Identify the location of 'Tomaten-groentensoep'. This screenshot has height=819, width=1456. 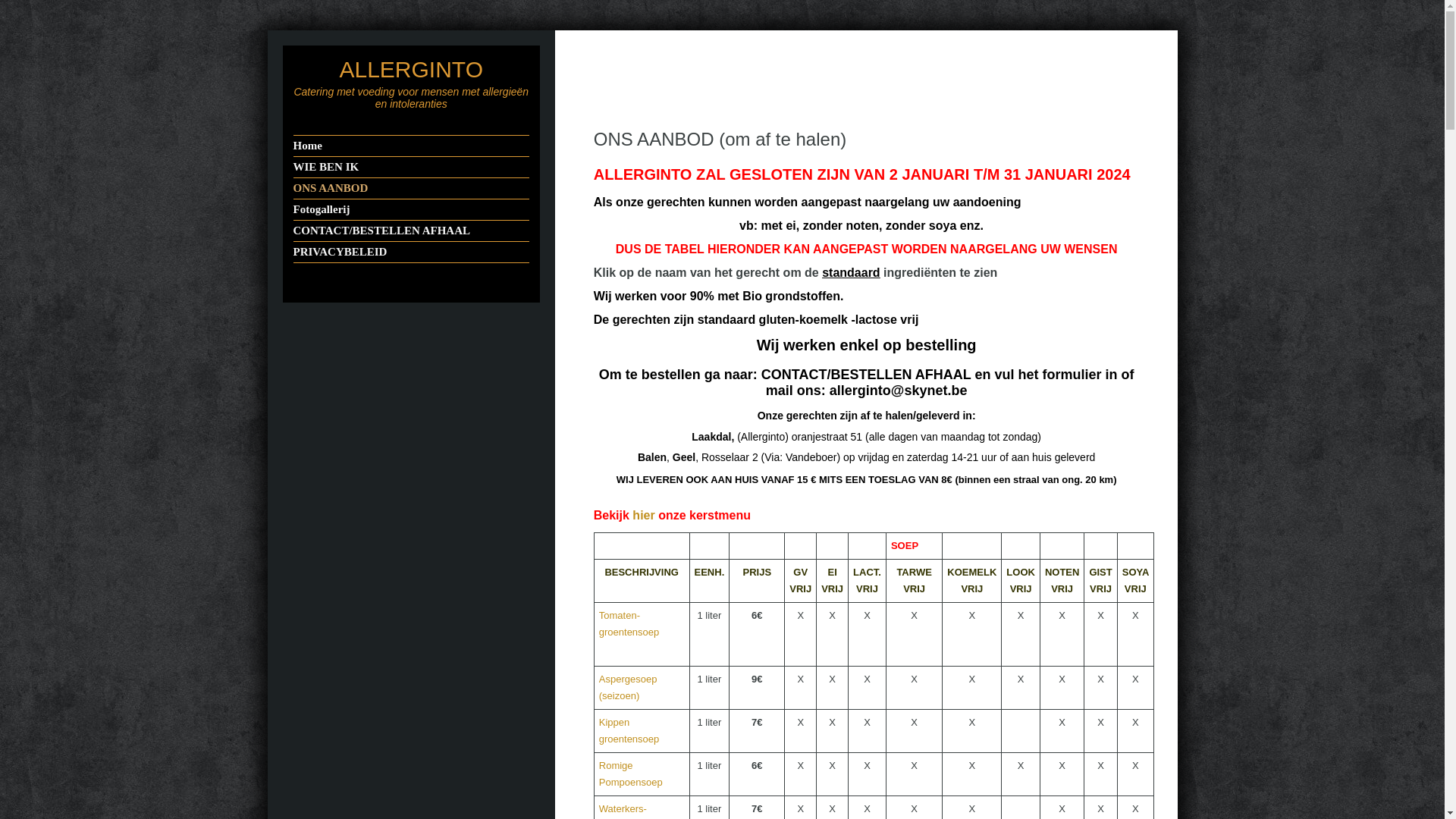
(629, 623).